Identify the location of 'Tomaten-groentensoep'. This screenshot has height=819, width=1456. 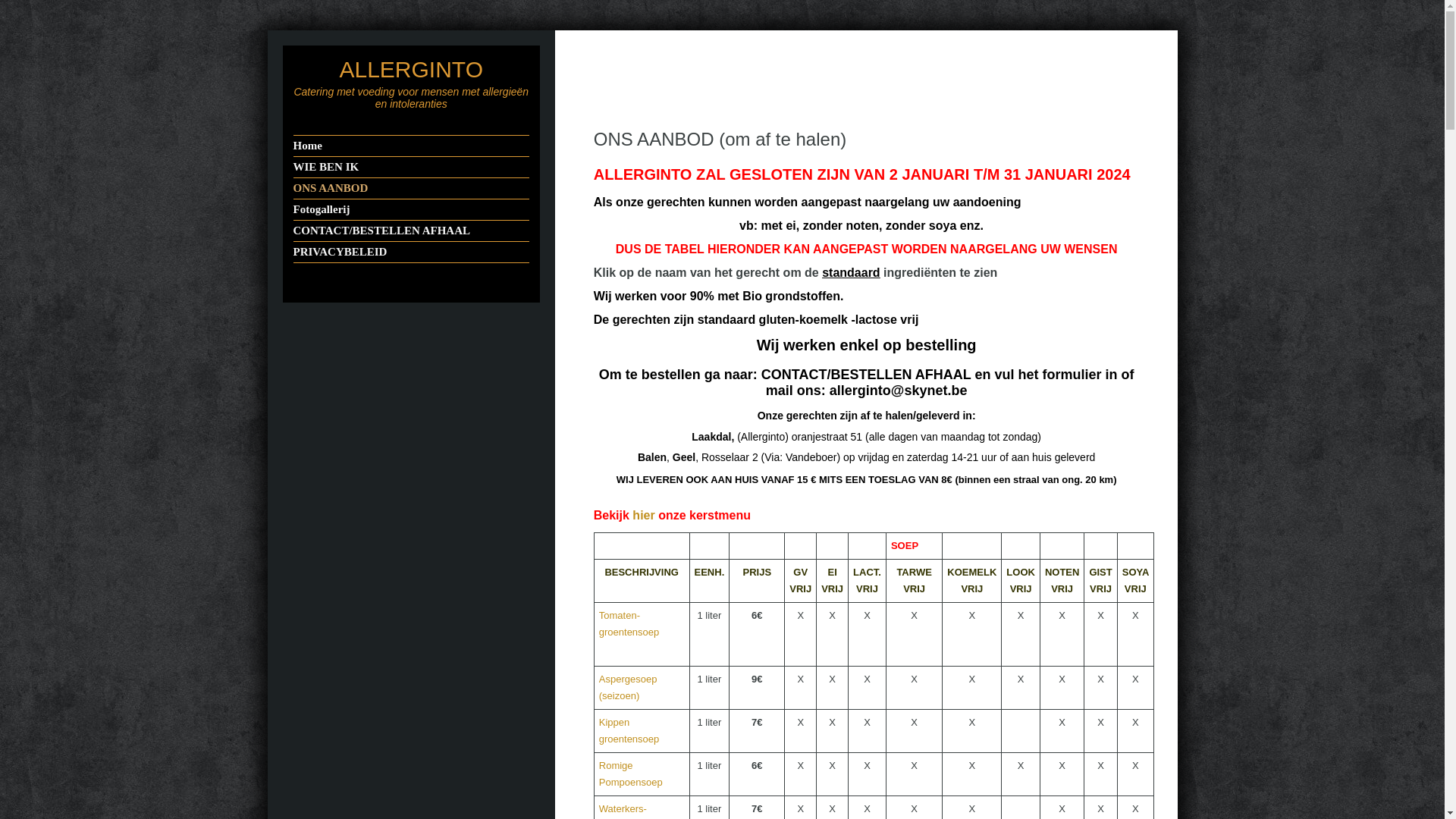
(629, 623).